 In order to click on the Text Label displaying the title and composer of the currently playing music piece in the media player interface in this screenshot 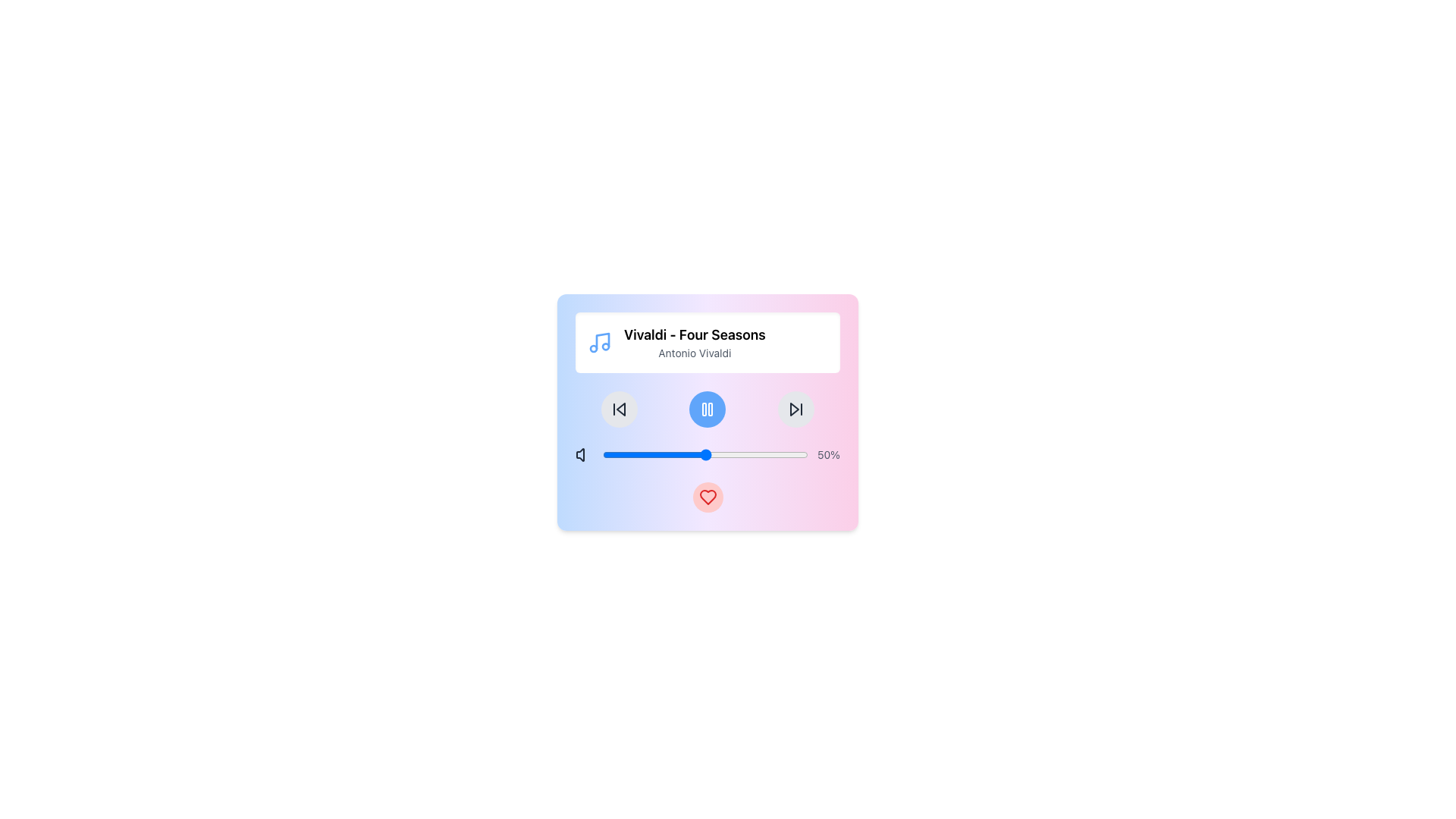, I will do `click(694, 342)`.